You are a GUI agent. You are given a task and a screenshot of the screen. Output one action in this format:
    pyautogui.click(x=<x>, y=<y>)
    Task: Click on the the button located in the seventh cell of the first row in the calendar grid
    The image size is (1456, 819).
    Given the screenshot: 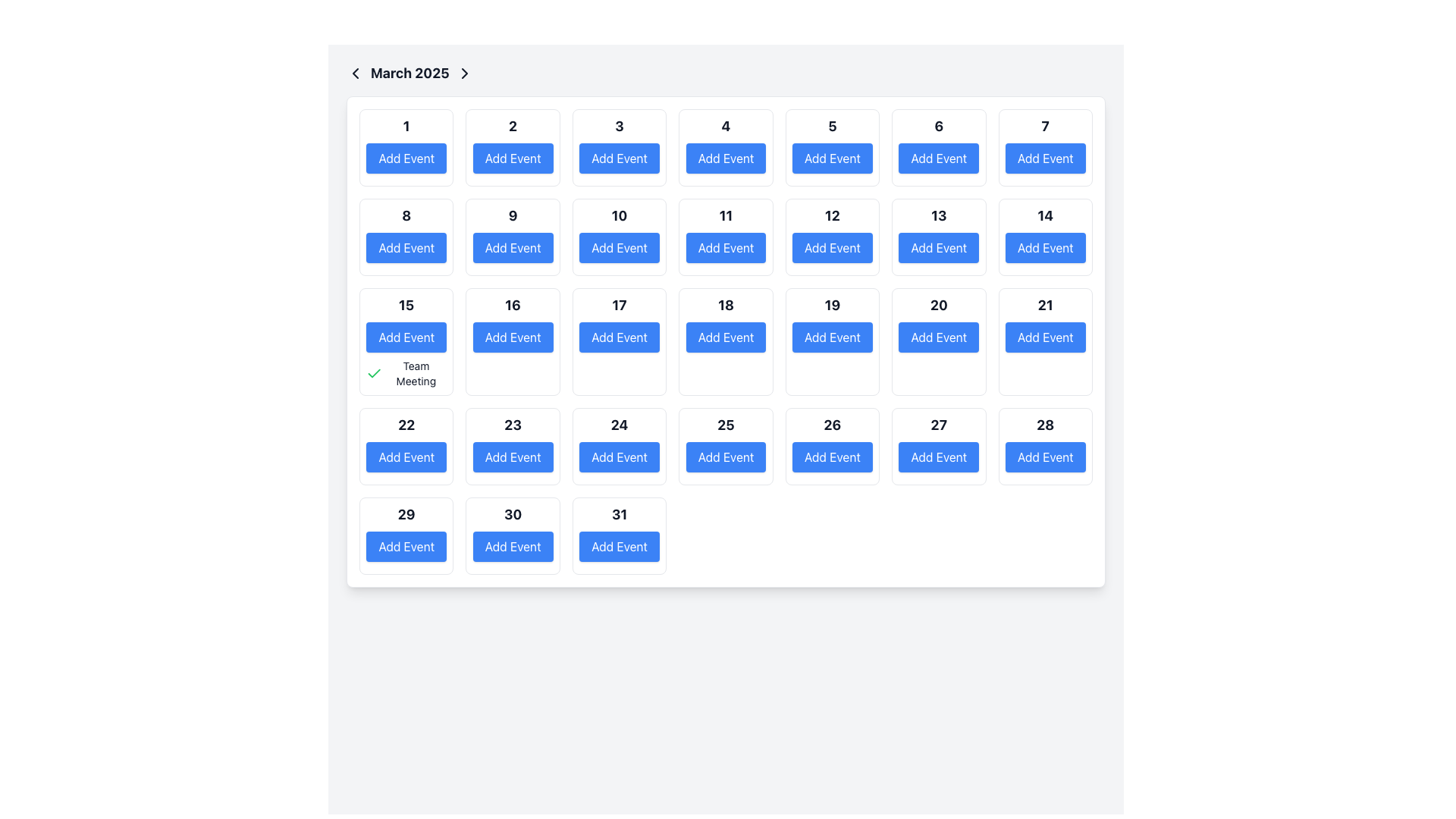 What is the action you would take?
    pyautogui.click(x=1044, y=148)
    